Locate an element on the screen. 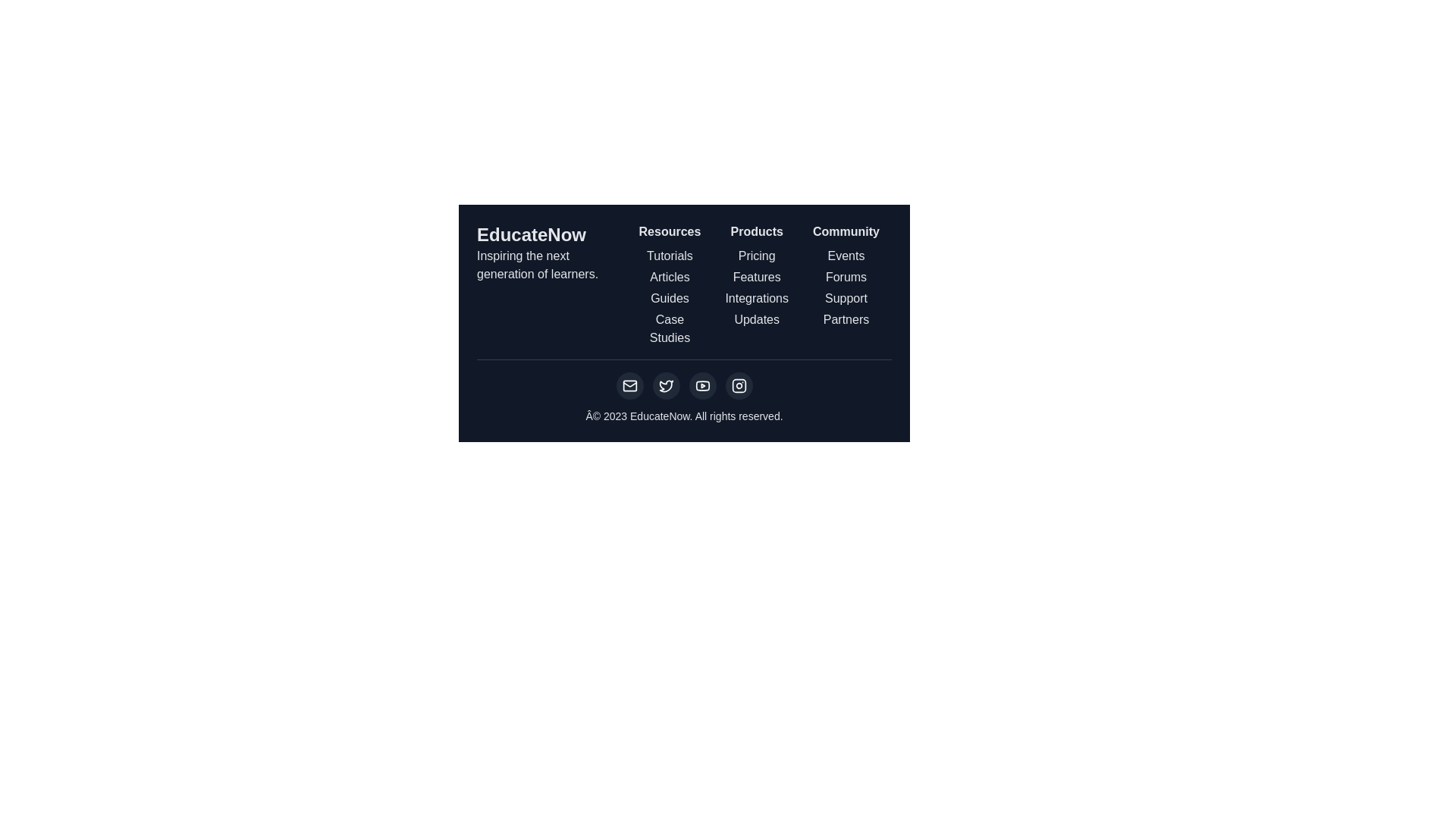 This screenshot has width=1456, height=819. the 'Partners' text link, which is the last item in the vertical list under the 'Community' column of the footer layout is located at coordinates (846, 318).